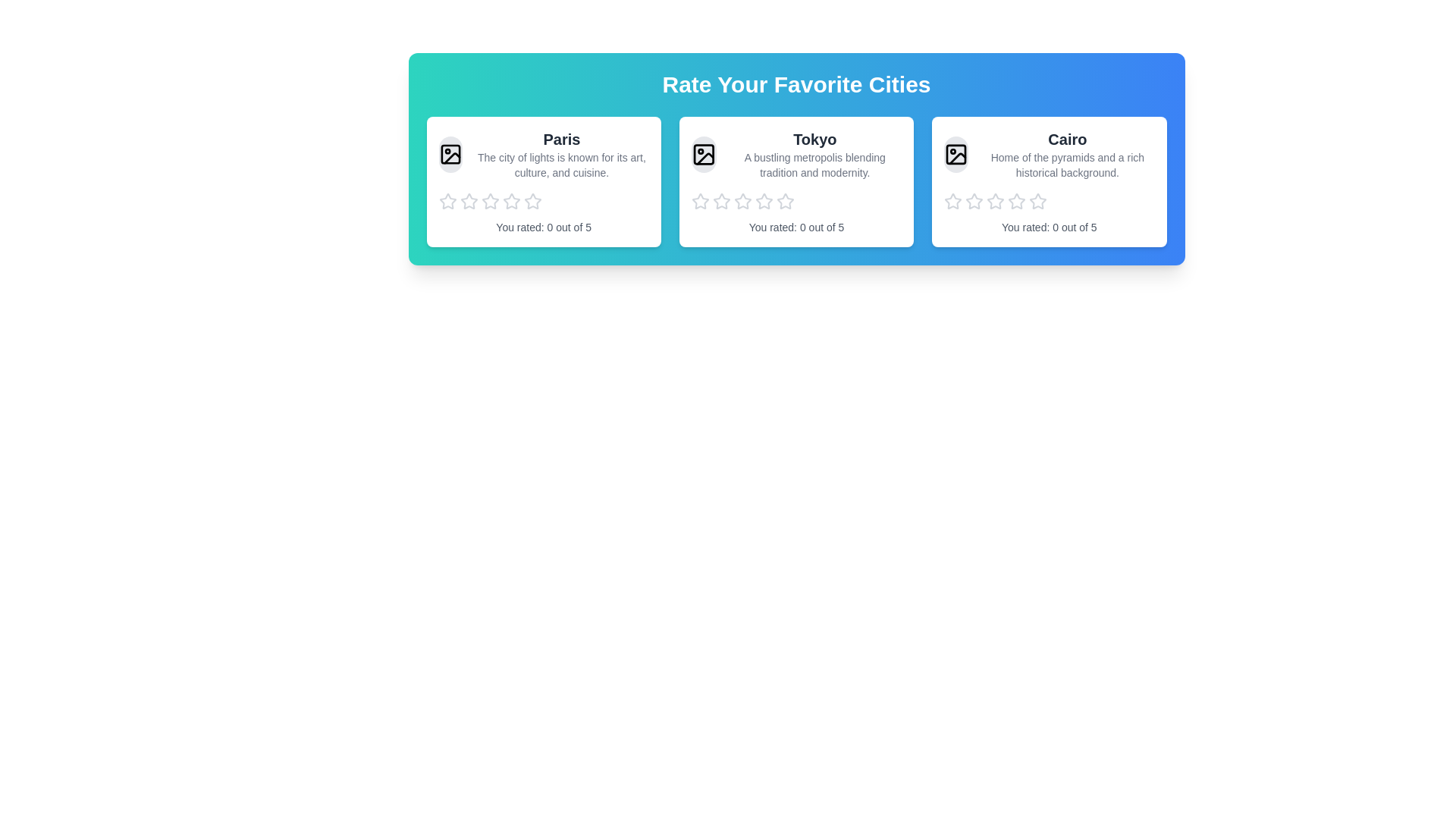 This screenshot has height=819, width=1456. What do you see at coordinates (1066, 165) in the screenshot?
I see `the descriptive text about Cairo located in the rightmost card under the title 'Cairo', positioned directly below the title and above the rating stars` at bounding box center [1066, 165].